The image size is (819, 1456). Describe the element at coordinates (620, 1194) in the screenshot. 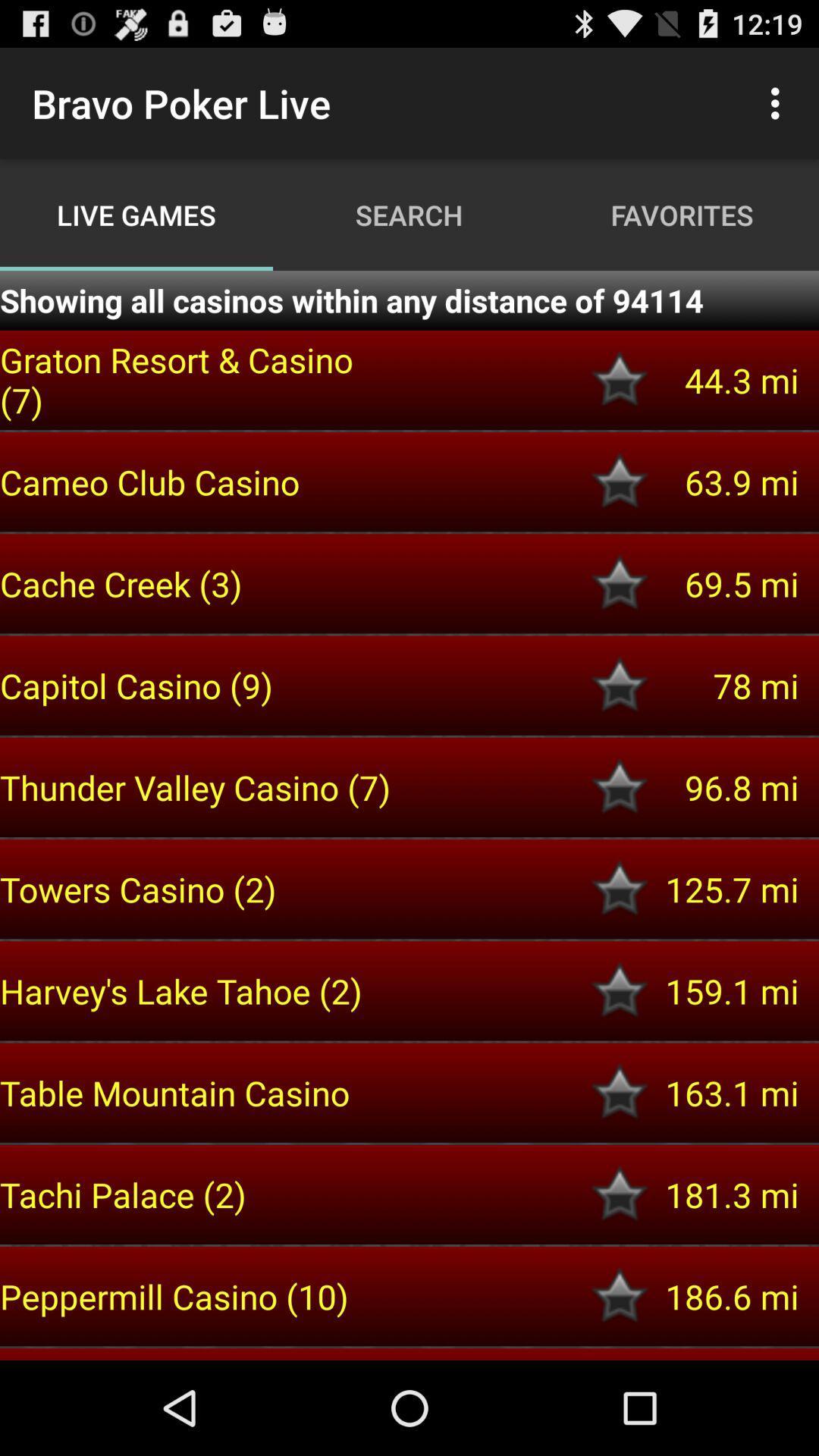

I see `a favorite` at that location.